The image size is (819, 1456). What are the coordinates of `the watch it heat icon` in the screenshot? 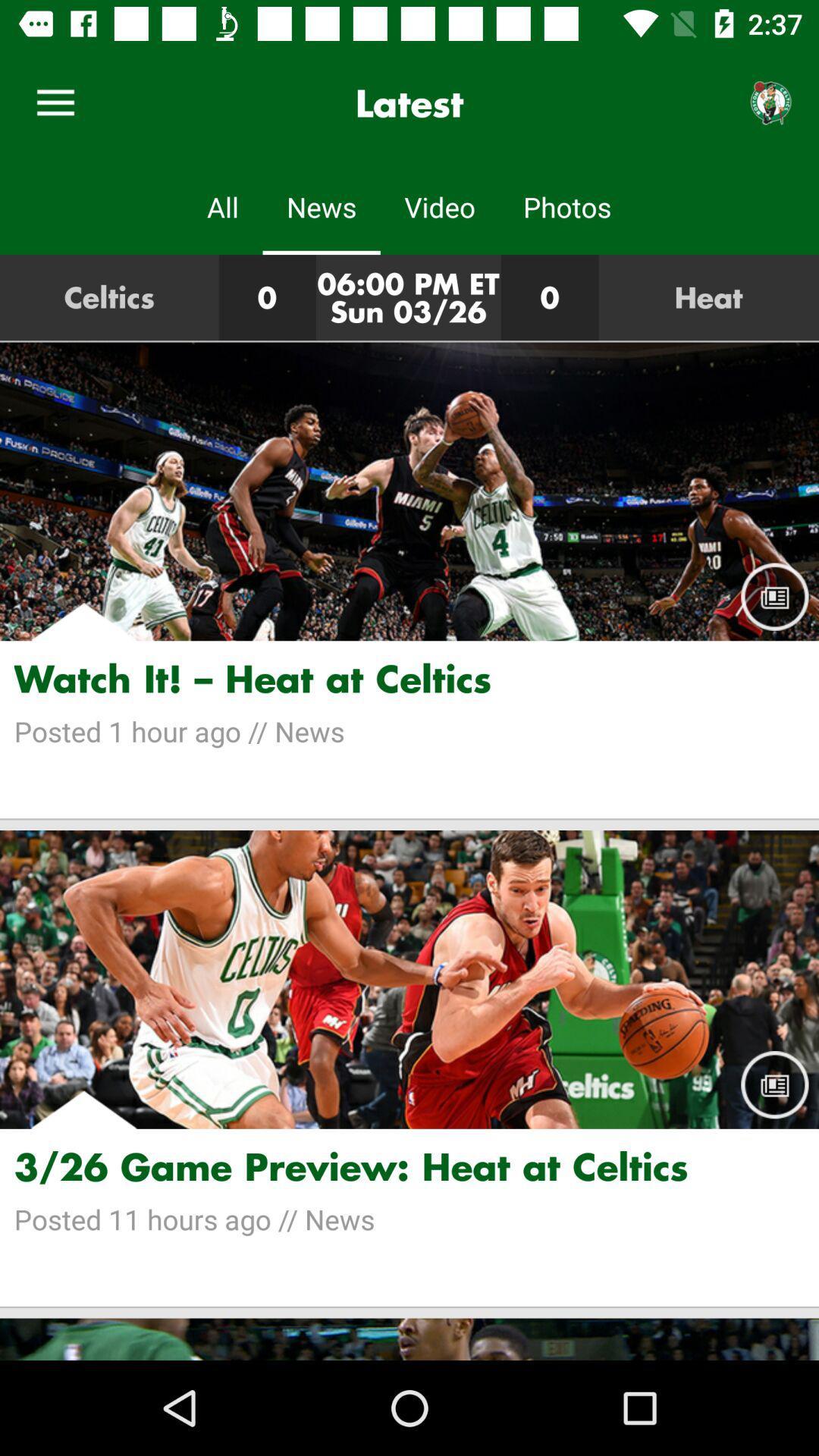 It's located at (409, 678).